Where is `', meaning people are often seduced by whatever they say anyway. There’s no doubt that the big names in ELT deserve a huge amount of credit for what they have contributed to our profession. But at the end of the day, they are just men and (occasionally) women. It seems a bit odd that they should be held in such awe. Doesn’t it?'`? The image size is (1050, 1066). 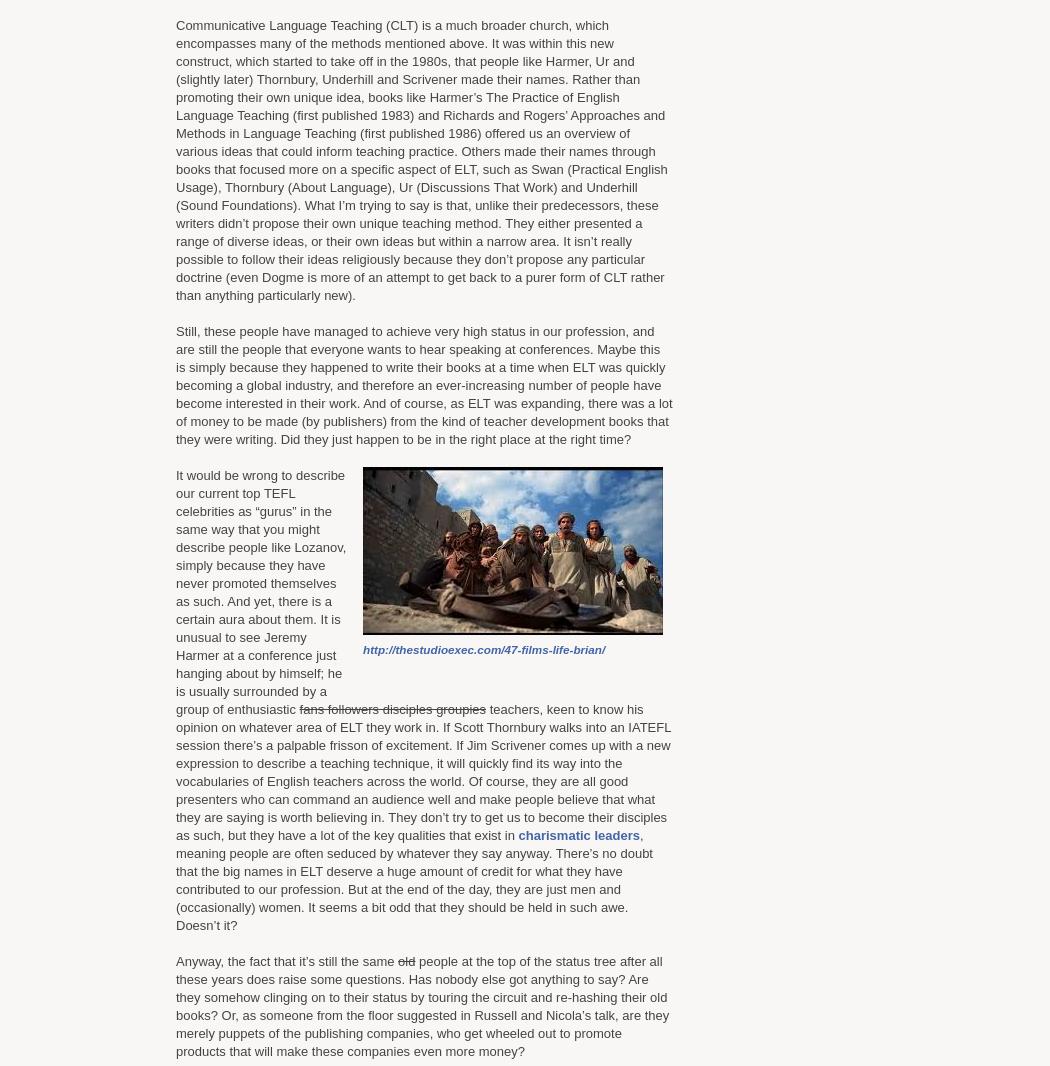 ', meaning people are often seduced by whatever they say anyway. There’s no doubt that the big names in ELT deserve a huge amount of credit for what they have contributed to our profession. But at the end of the day, they are just men and (occasionally) women. It seems a bit odd that they should be held in such awe. Doesn’t it?' is located at coordinates (413, 880).